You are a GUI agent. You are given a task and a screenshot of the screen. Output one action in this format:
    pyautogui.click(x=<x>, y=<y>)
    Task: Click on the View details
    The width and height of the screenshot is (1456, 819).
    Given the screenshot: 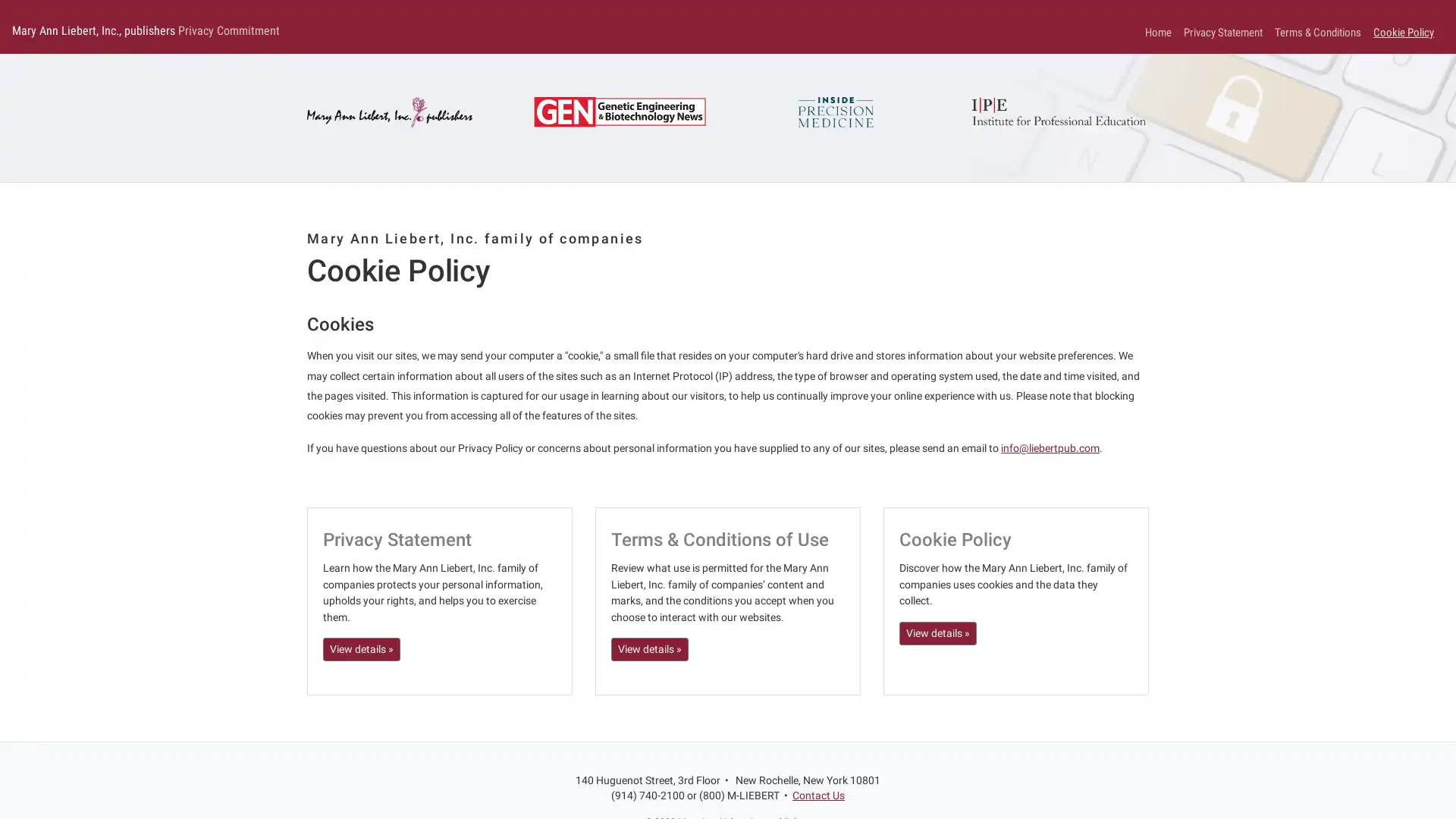 What is the action you would take?
    pyautogui.click(x=650, y=648)
    